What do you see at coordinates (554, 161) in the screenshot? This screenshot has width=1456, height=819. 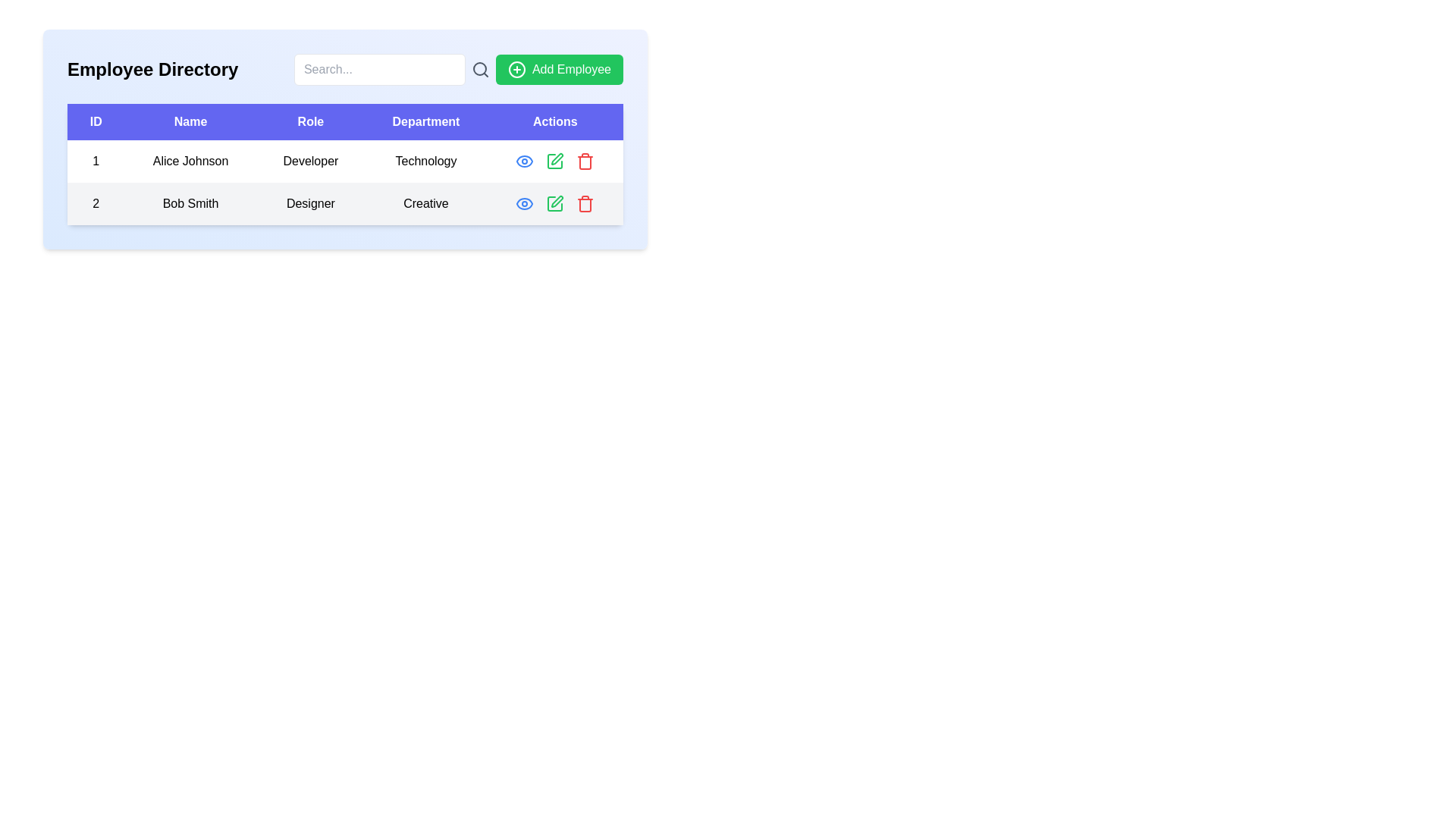 I see `the editing tool icon located in the 'Actions' column of the second row of the table to initiate the edit action` at bounding box center [554, 161].